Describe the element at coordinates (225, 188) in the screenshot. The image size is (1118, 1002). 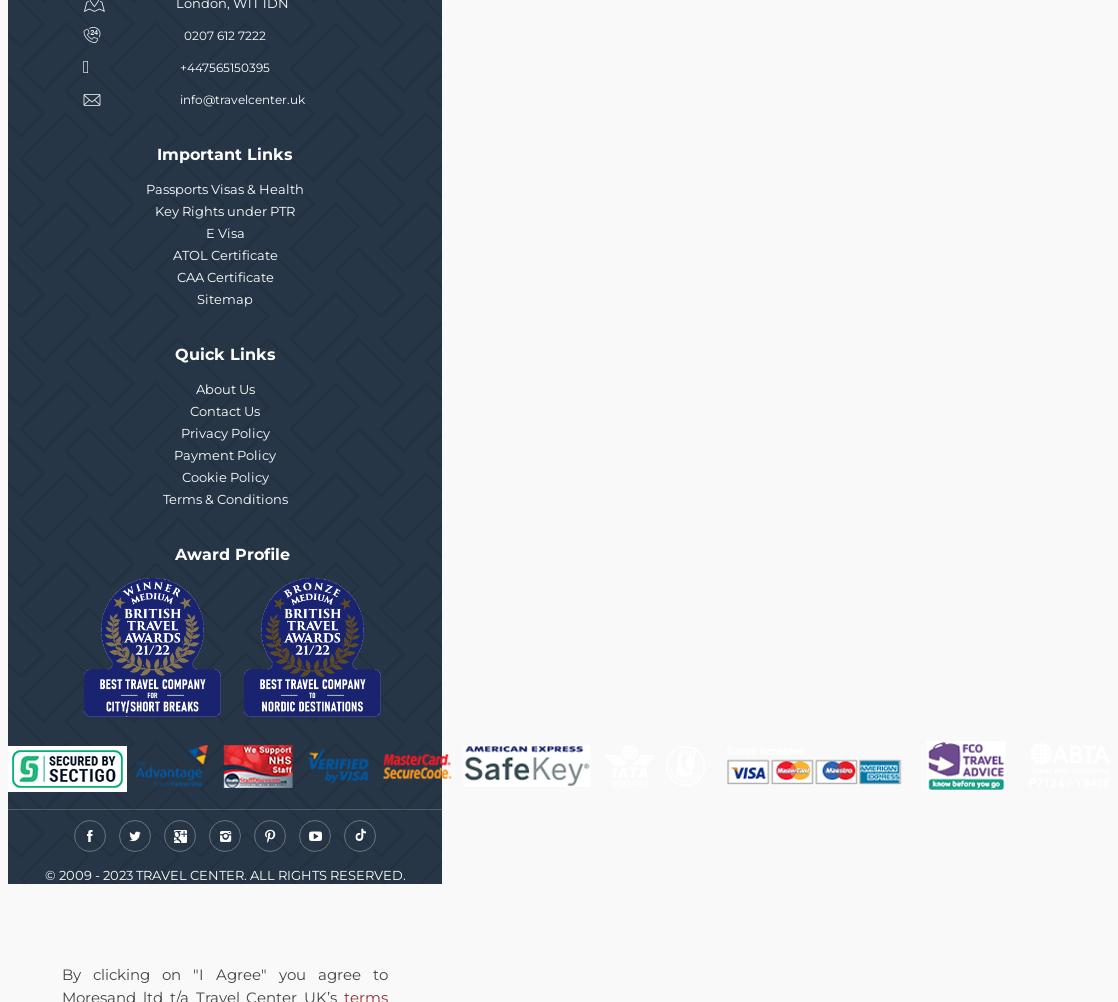
I see `'Passports Visas & Health'` at that location.